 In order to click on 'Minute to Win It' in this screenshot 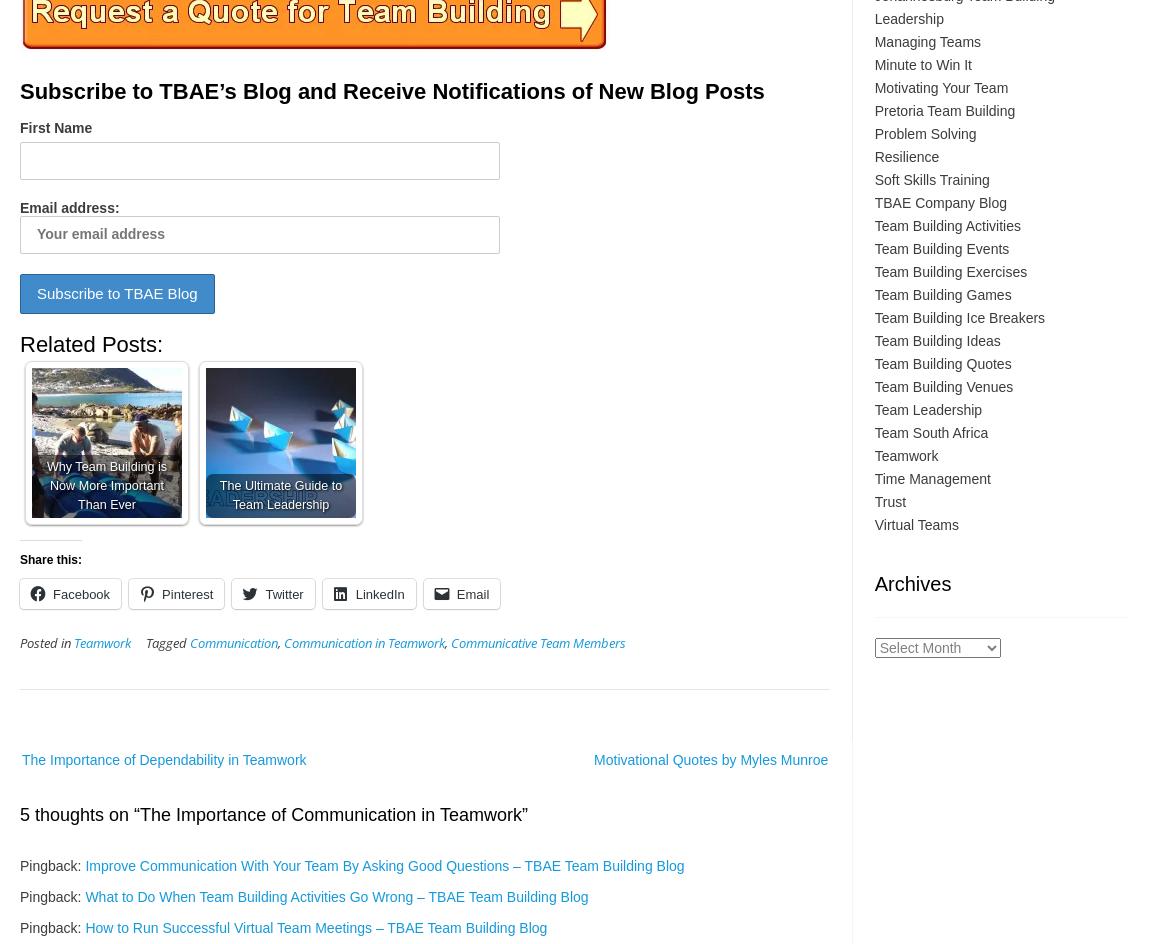, I will do `click(922, 63)`.